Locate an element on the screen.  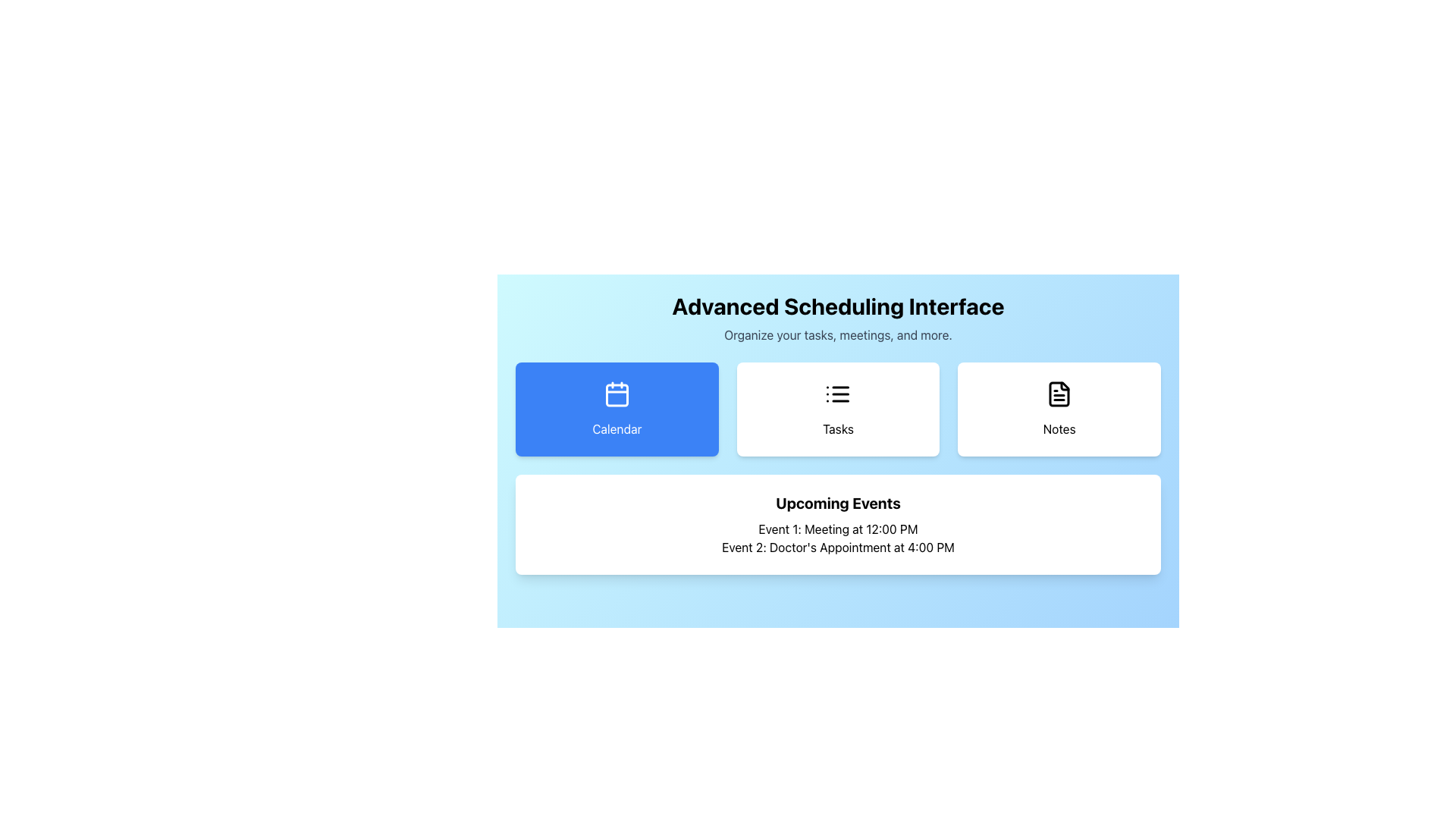
the icon resembling a document or file with text lines, which is centrally located above the text 'Notes' is located at coordinates (1059, 394).